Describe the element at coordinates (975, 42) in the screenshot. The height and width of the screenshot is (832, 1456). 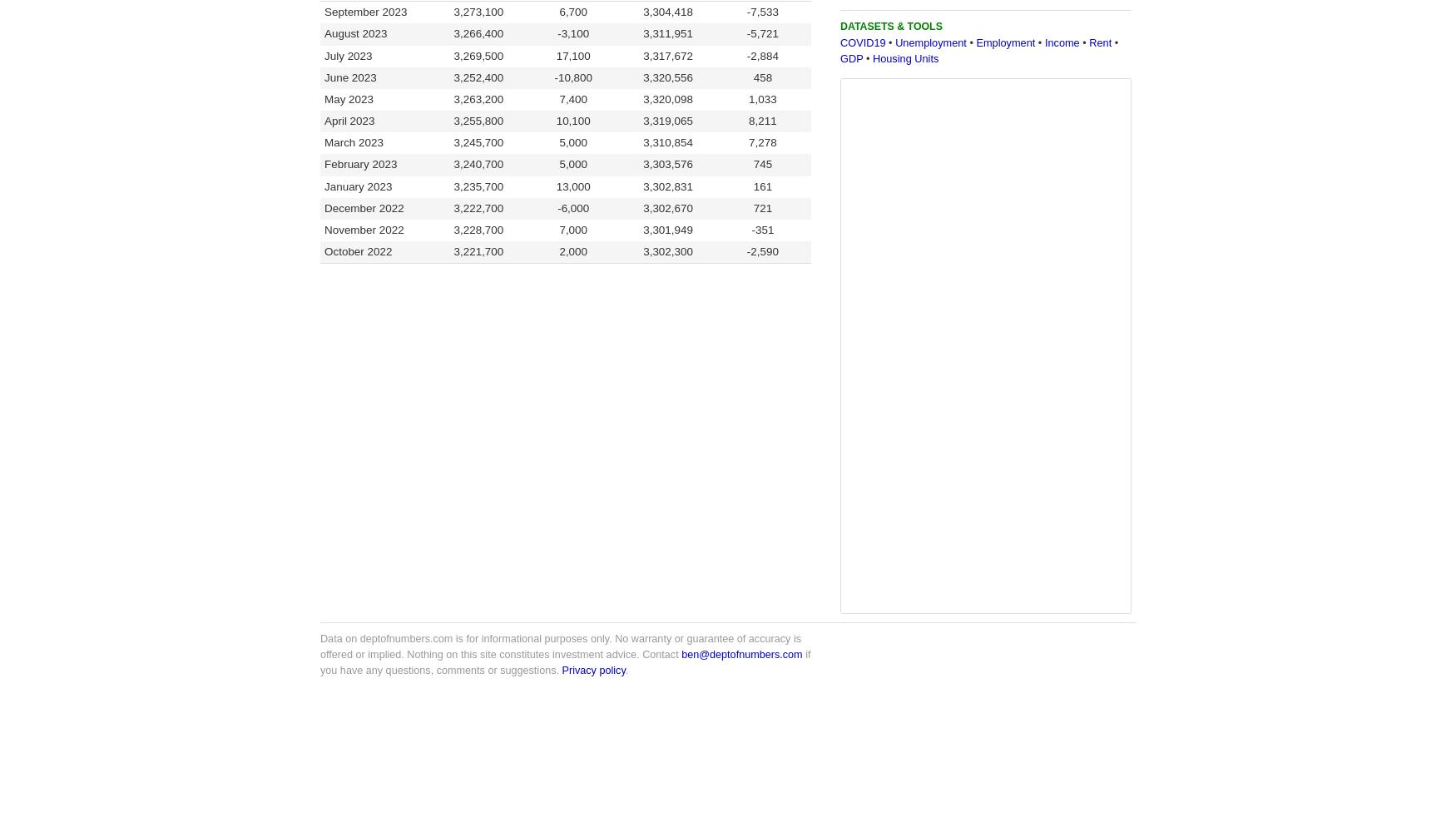
I see `'Employment'` at that location.